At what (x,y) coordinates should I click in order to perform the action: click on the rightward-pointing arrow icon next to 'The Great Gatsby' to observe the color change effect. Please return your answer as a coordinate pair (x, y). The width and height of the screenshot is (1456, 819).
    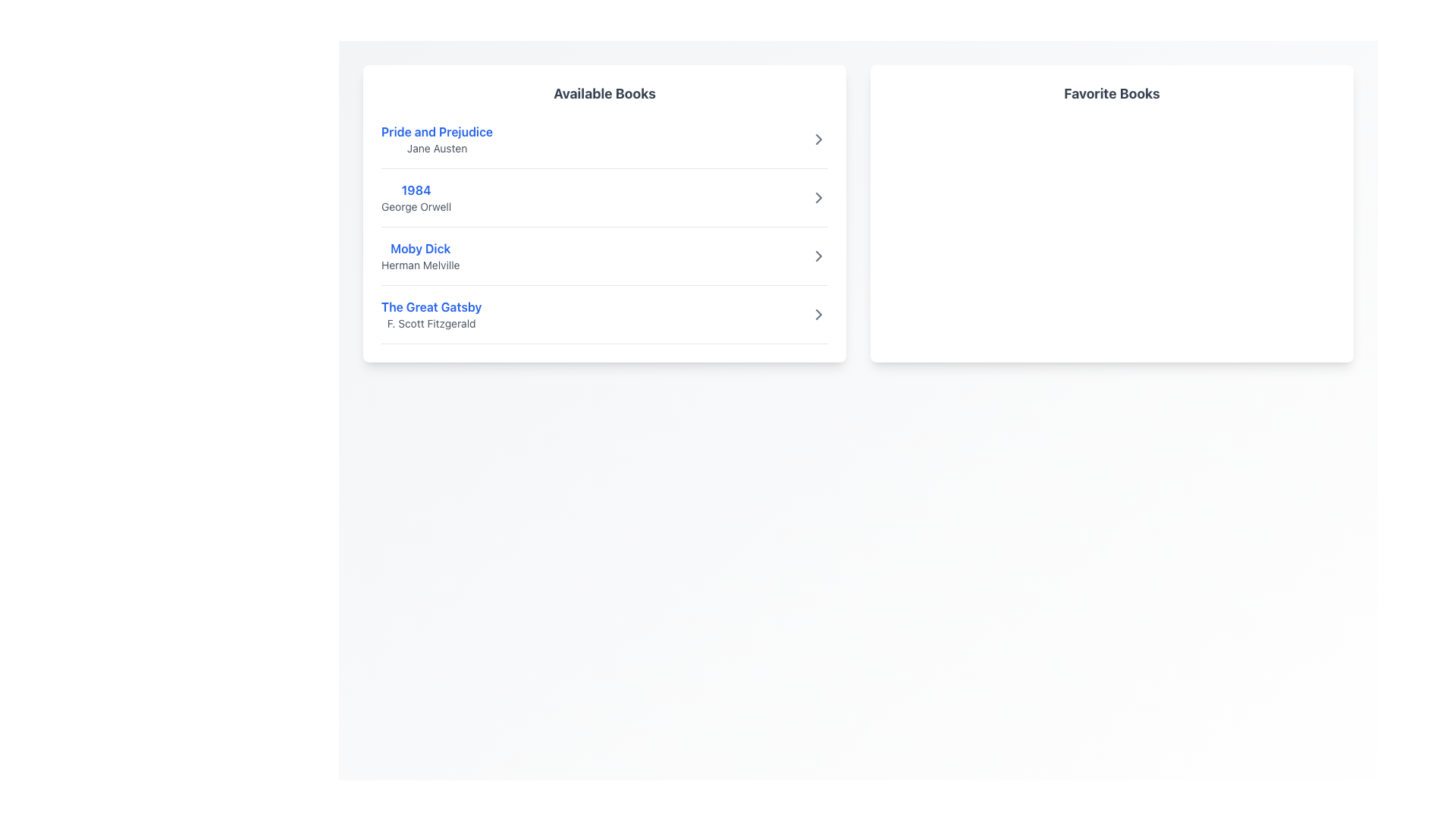
    Looking at the image, I should click on (818, 314).